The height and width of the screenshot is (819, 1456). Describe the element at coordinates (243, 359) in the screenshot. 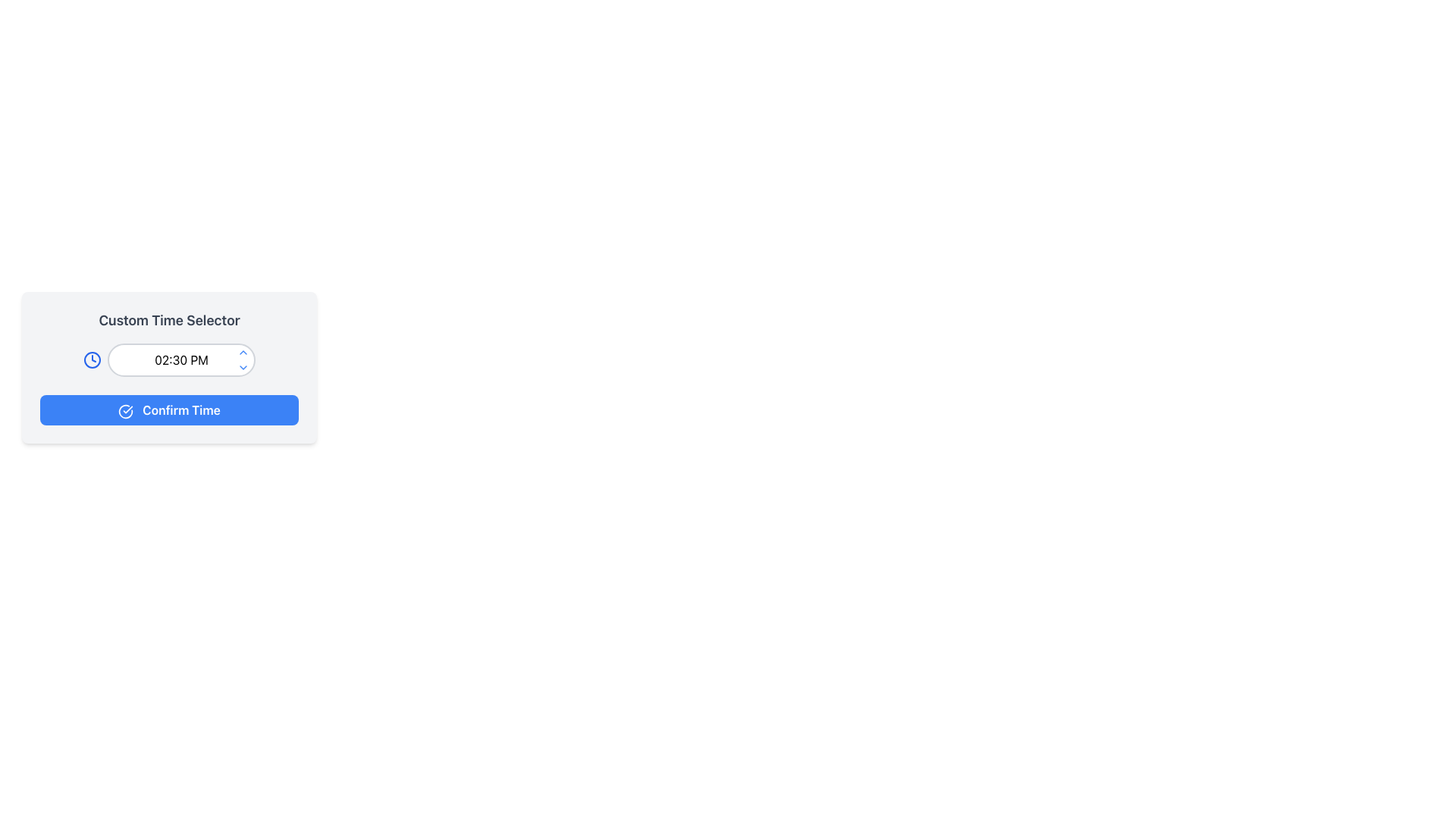

I see `the downward arrow of the Time adjustment control to decrement the time value displayed in the time input field` at that location.